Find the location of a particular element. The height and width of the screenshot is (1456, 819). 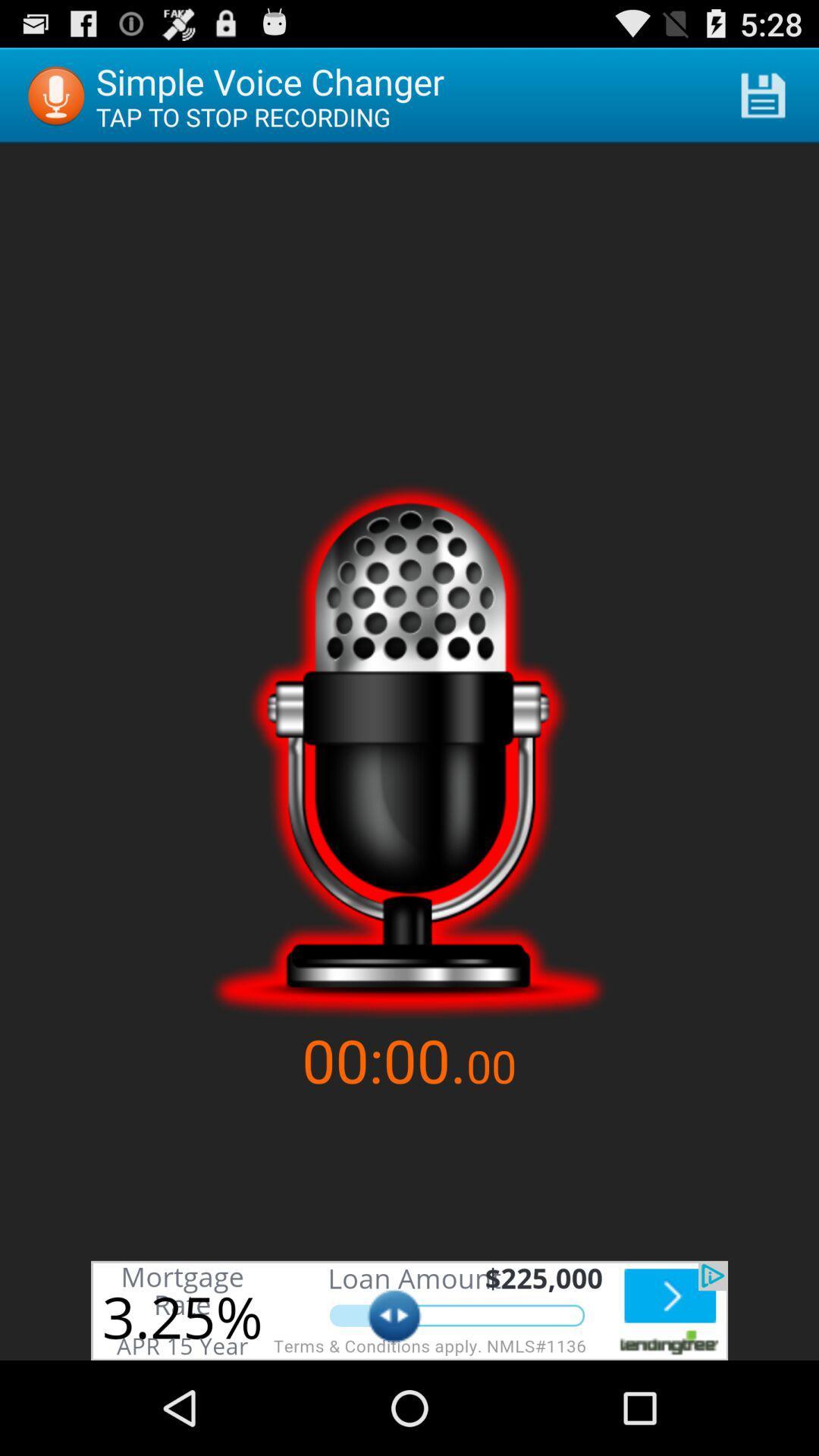

sound speaker is located at coordinates (408, 752).